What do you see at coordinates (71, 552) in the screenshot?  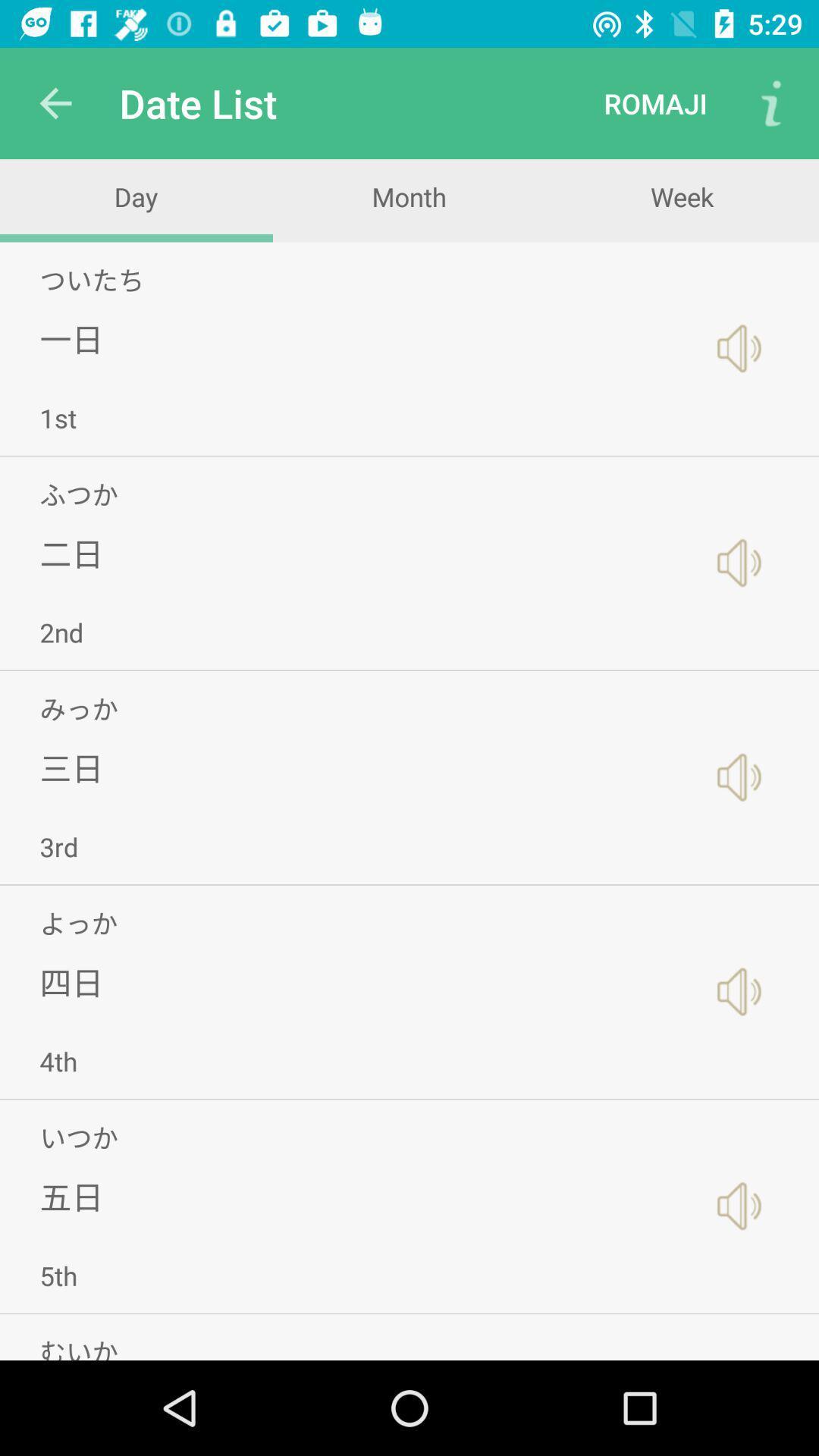 I see `item above 2nd app` at bounding box center [71, 552].